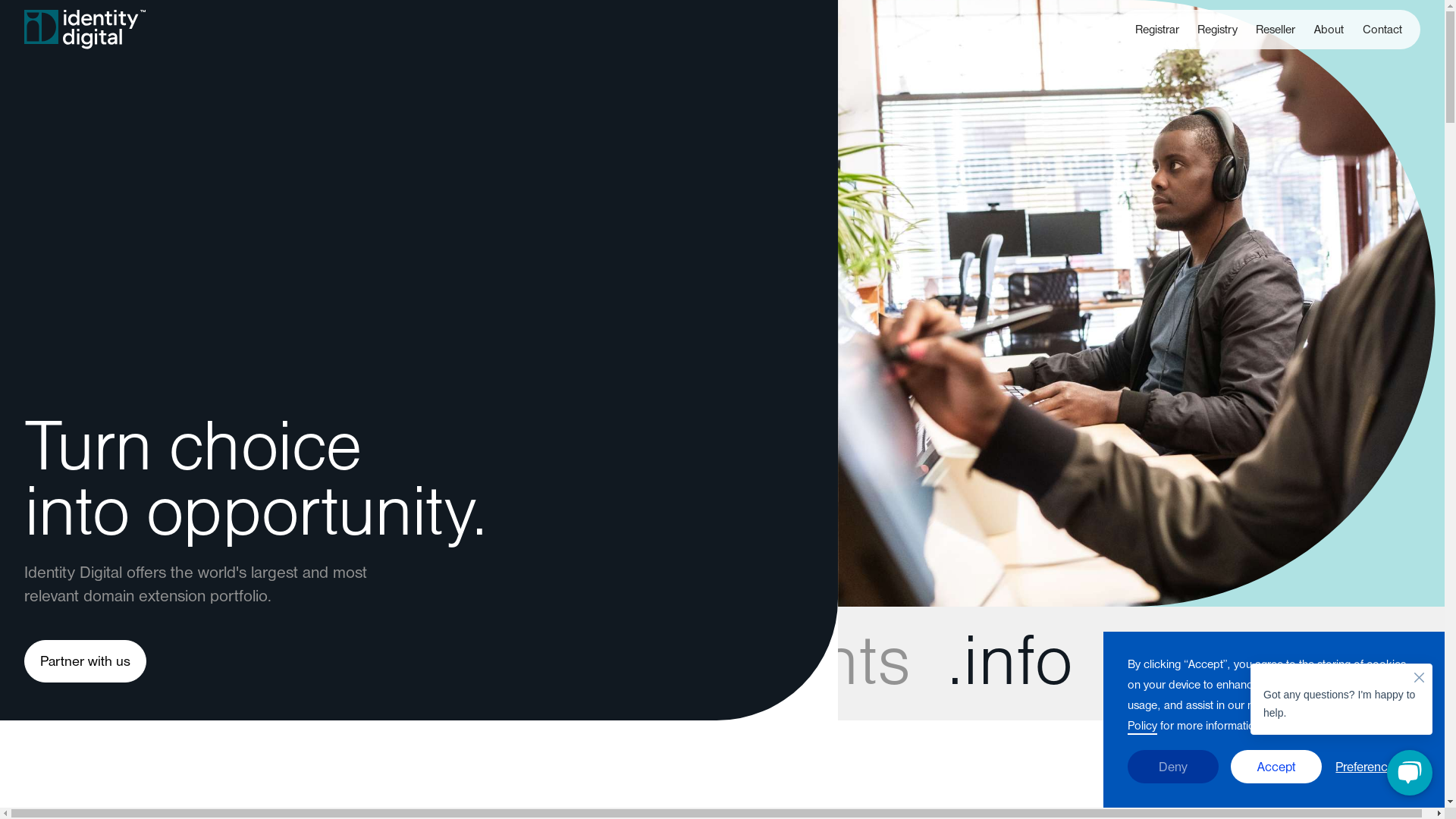 The width and height of the screenshot is (1456, 819). I want to click on 'Contact', so click(1382, 31).